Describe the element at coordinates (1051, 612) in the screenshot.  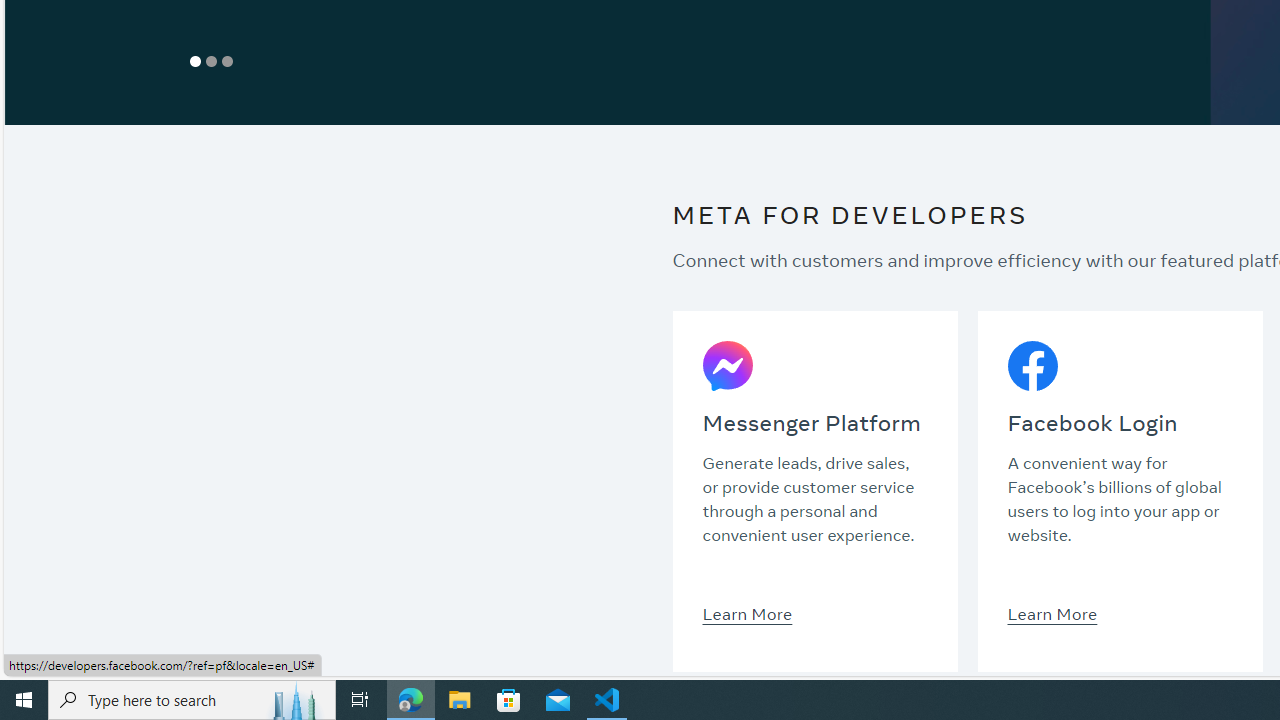
I see `'Learn More'` at that location.